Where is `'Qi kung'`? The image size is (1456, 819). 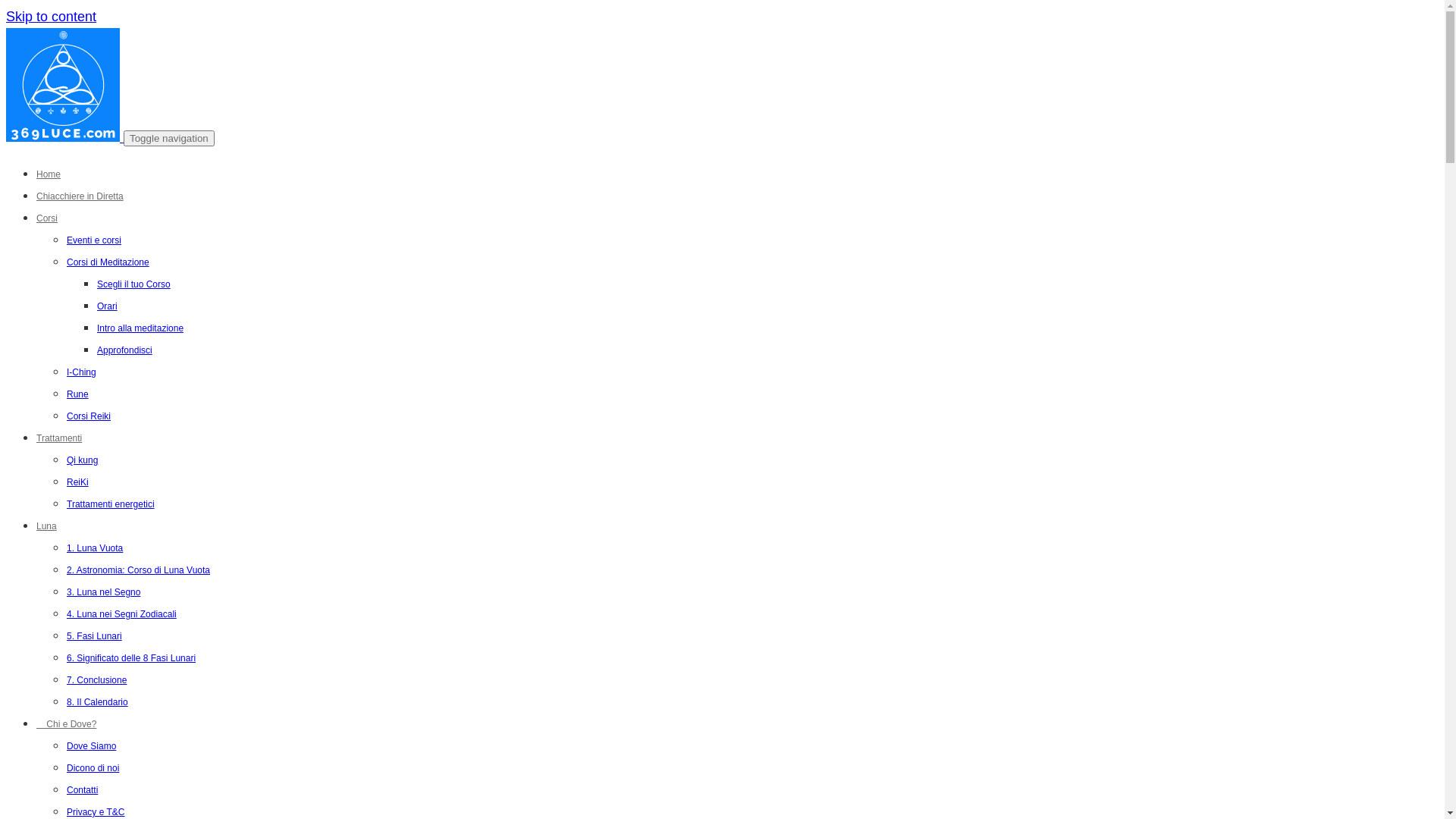
'Qi kung' is located at coordinates (81, 459).